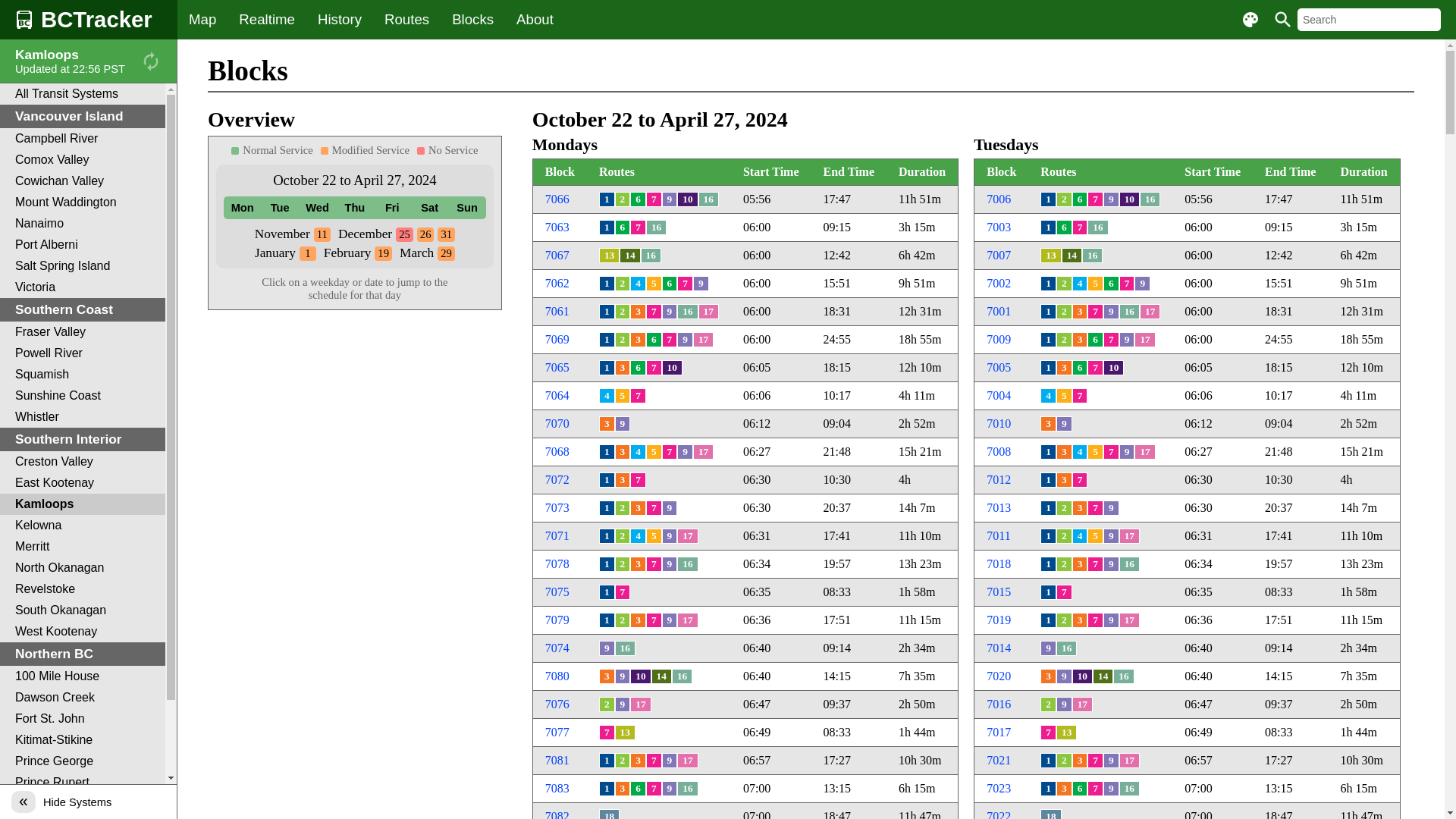 This screenshot has height=819, width=1456. I want to click on '2', so click(1047, 704).